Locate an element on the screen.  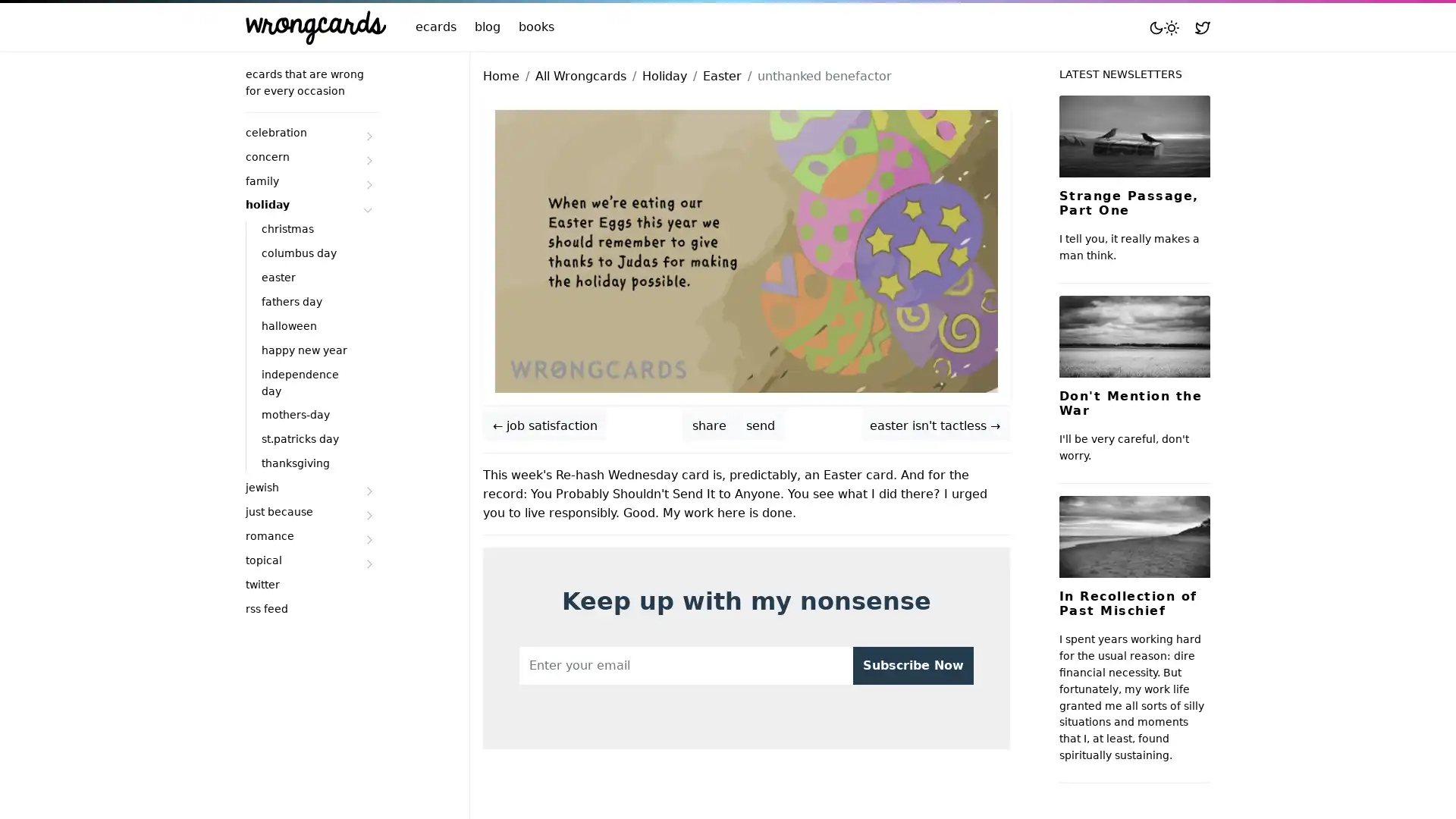
easter isn't tactless is located at coordinates (934, 425).